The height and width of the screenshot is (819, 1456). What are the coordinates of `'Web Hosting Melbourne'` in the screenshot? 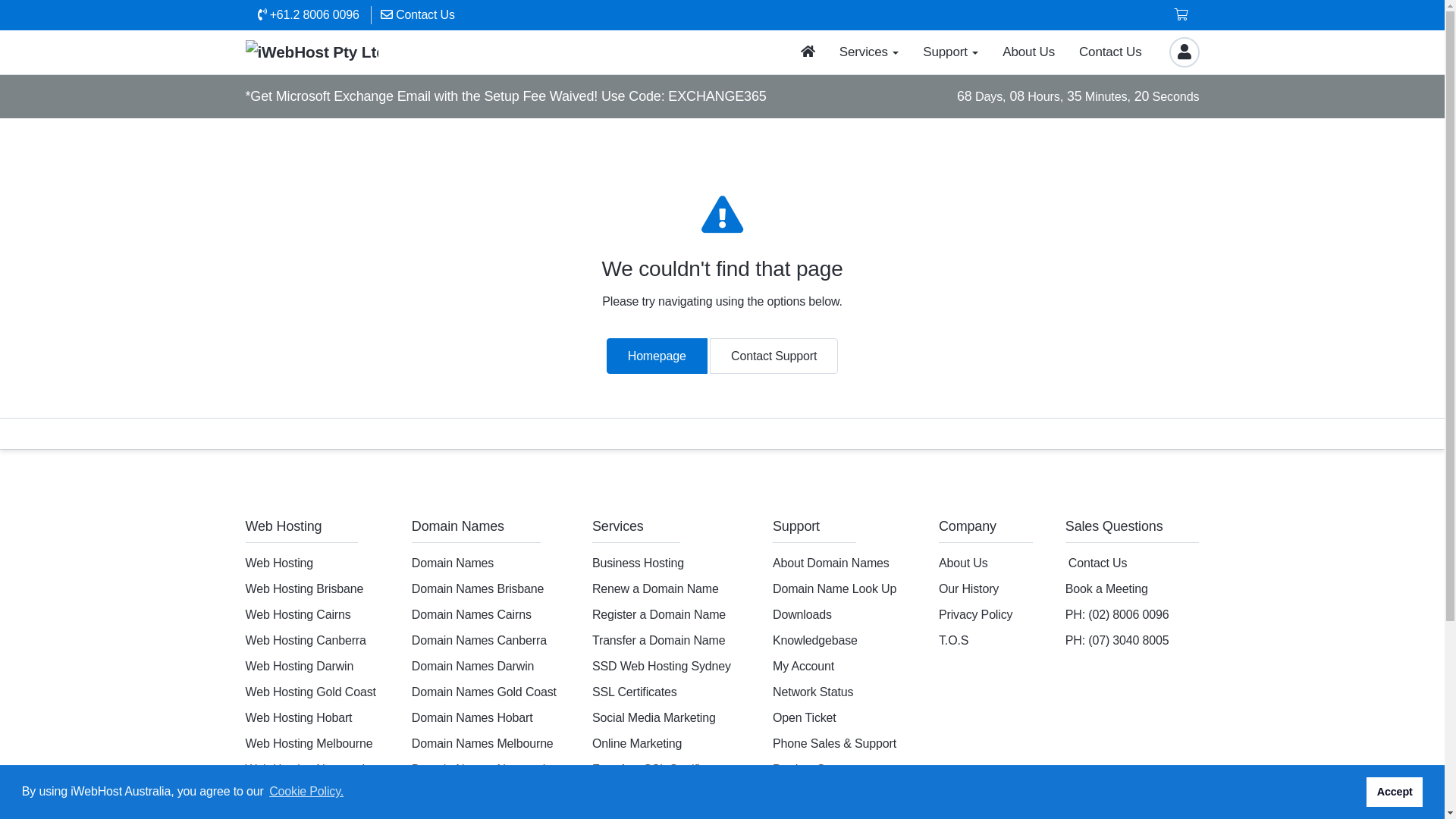 It's located at (309, 742).